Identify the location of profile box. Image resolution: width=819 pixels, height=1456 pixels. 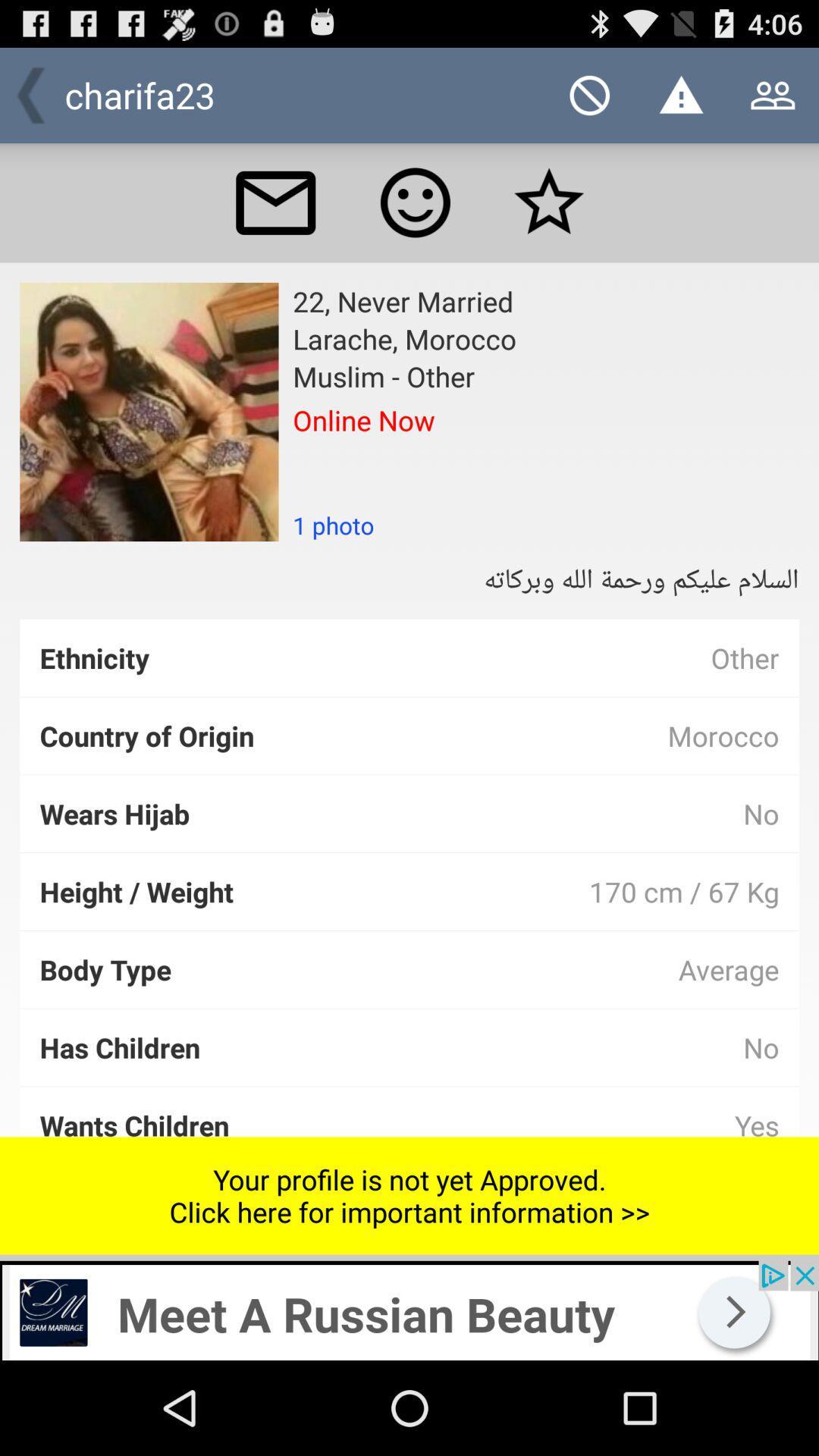
(149, 412).